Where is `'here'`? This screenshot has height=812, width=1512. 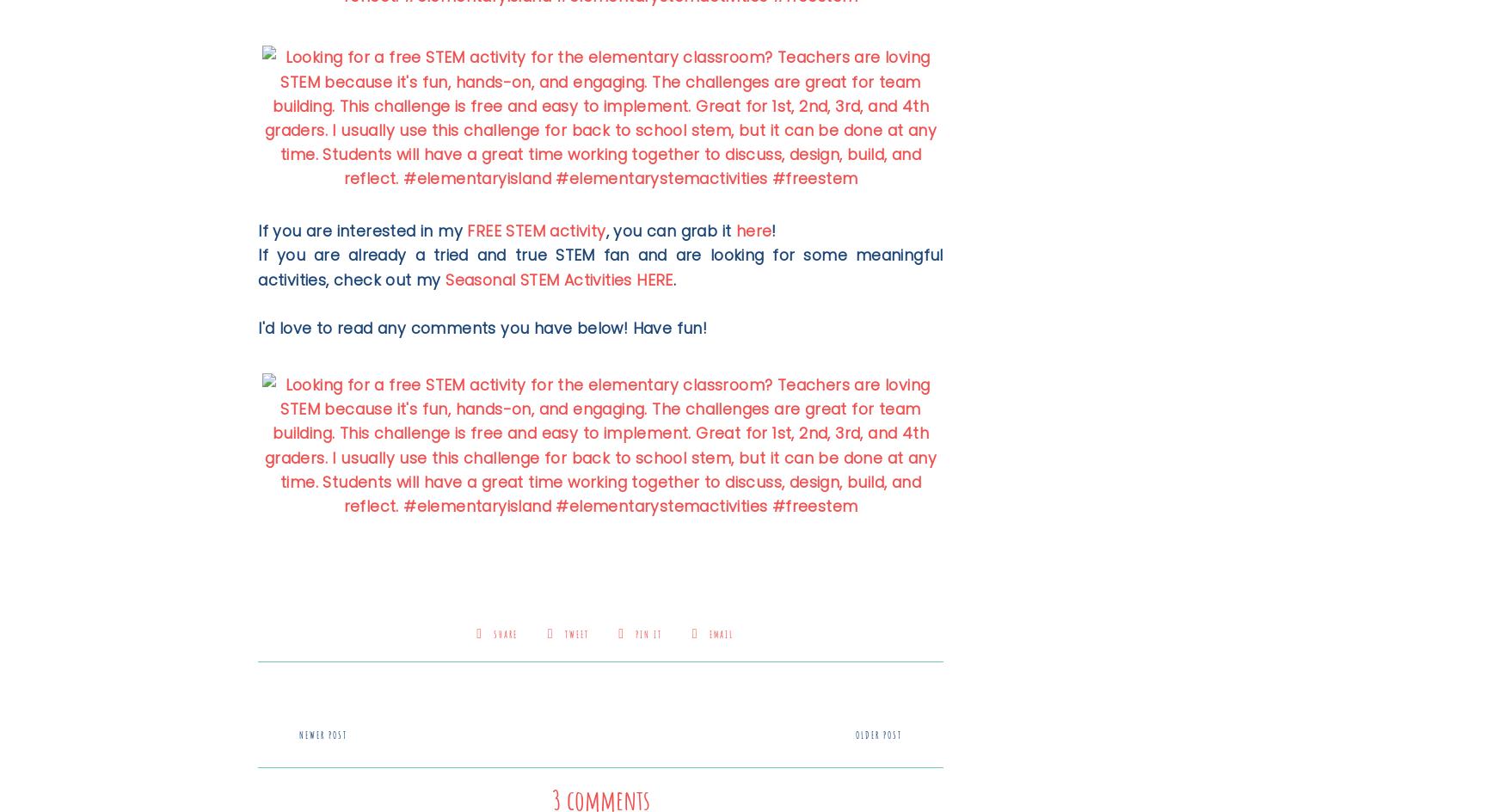 'here' is located at coordinates (753, 231).